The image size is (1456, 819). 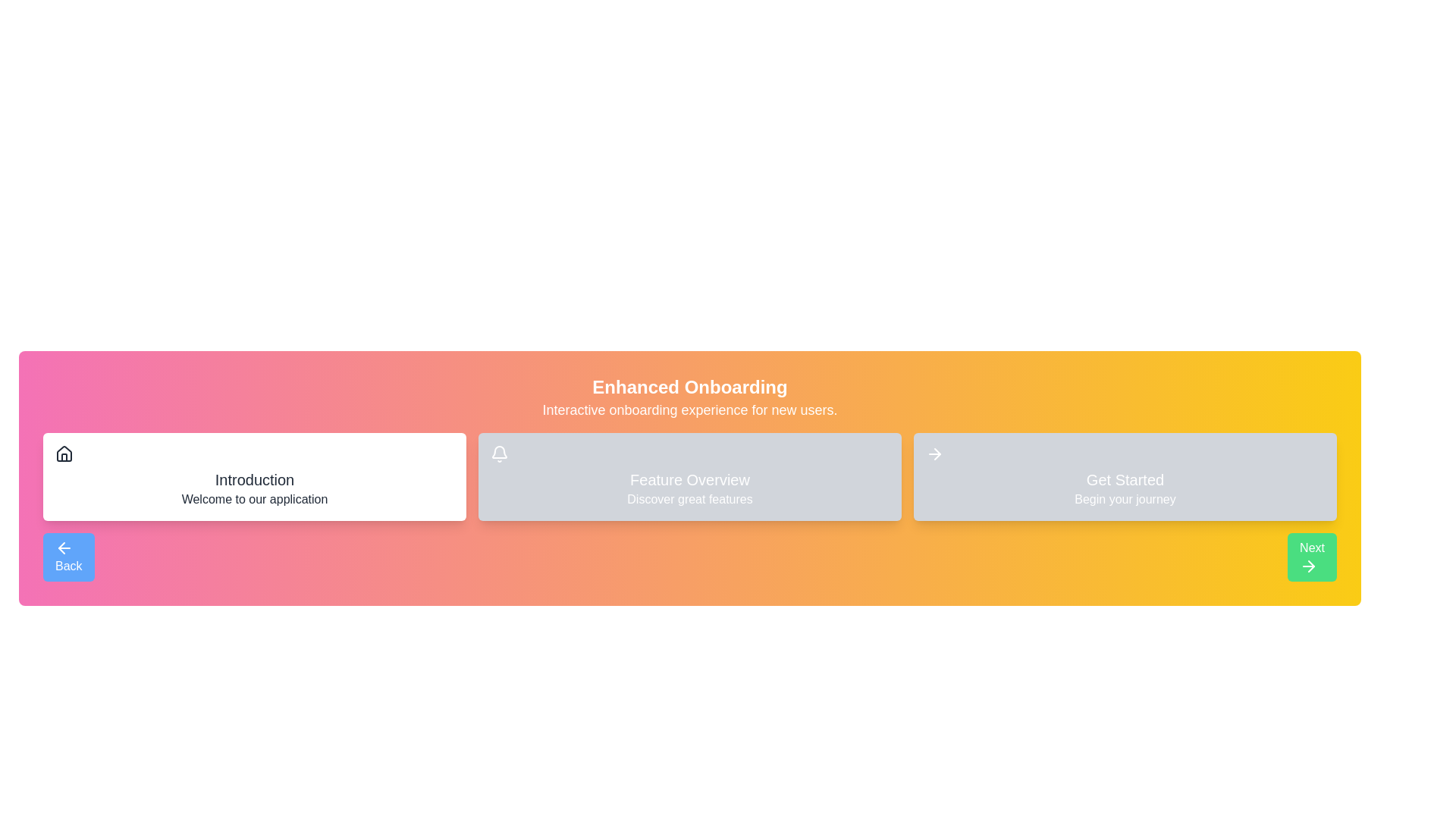 What do you see at coordinates (1311, 557) in the screenshot?
I see `the Next button to navigate between steps` at bounding box center [1311, 557].